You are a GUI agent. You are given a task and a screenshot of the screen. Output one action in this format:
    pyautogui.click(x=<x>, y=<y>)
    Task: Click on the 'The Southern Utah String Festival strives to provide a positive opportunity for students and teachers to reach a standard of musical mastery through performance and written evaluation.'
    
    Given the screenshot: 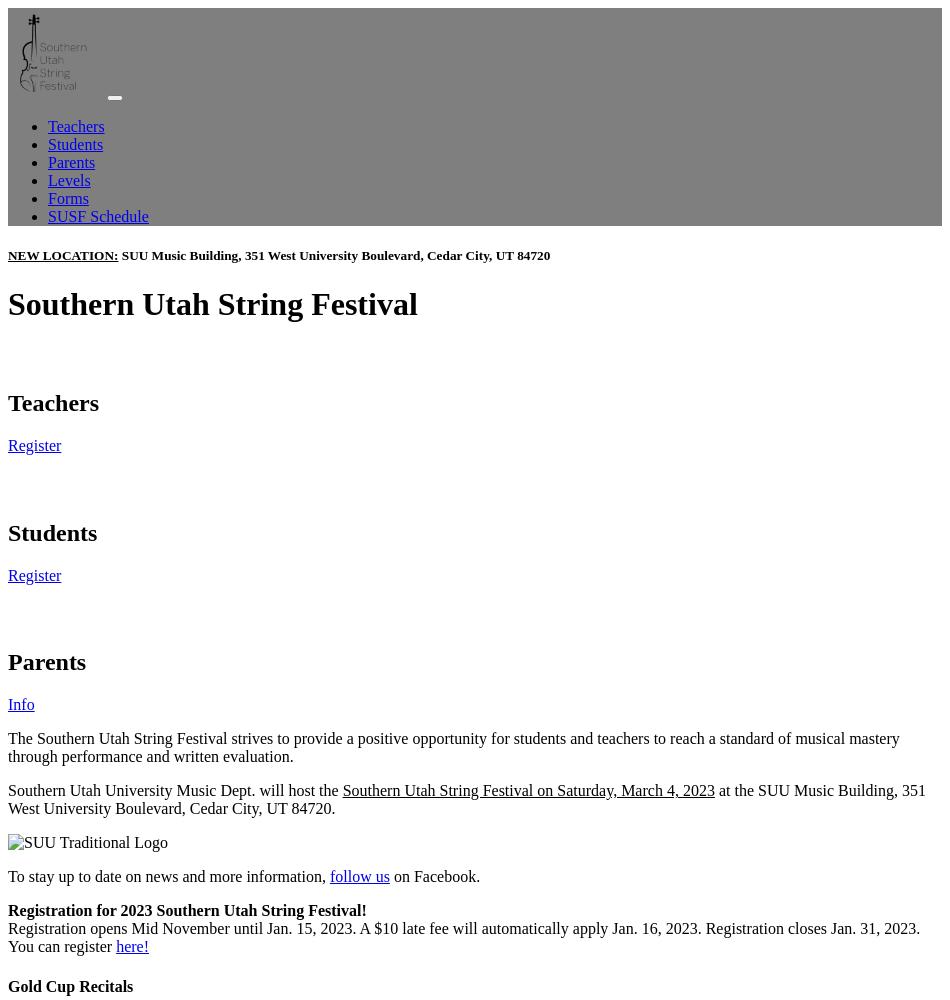 What is the action you would take?
    pyautogui.click(x=7, y=746)
    